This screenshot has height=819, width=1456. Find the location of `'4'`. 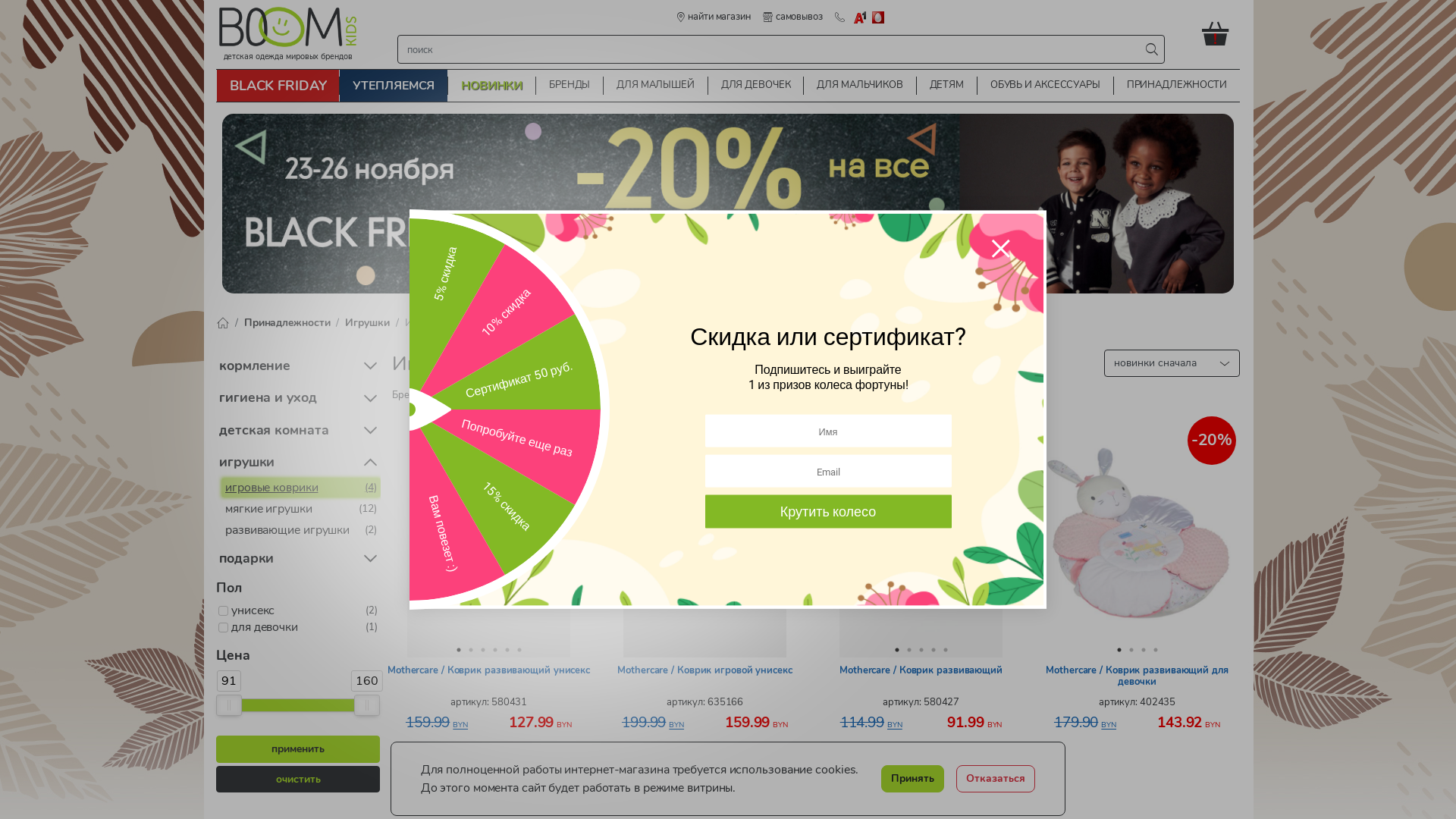

'4' is located at coordinates (1154, 648).